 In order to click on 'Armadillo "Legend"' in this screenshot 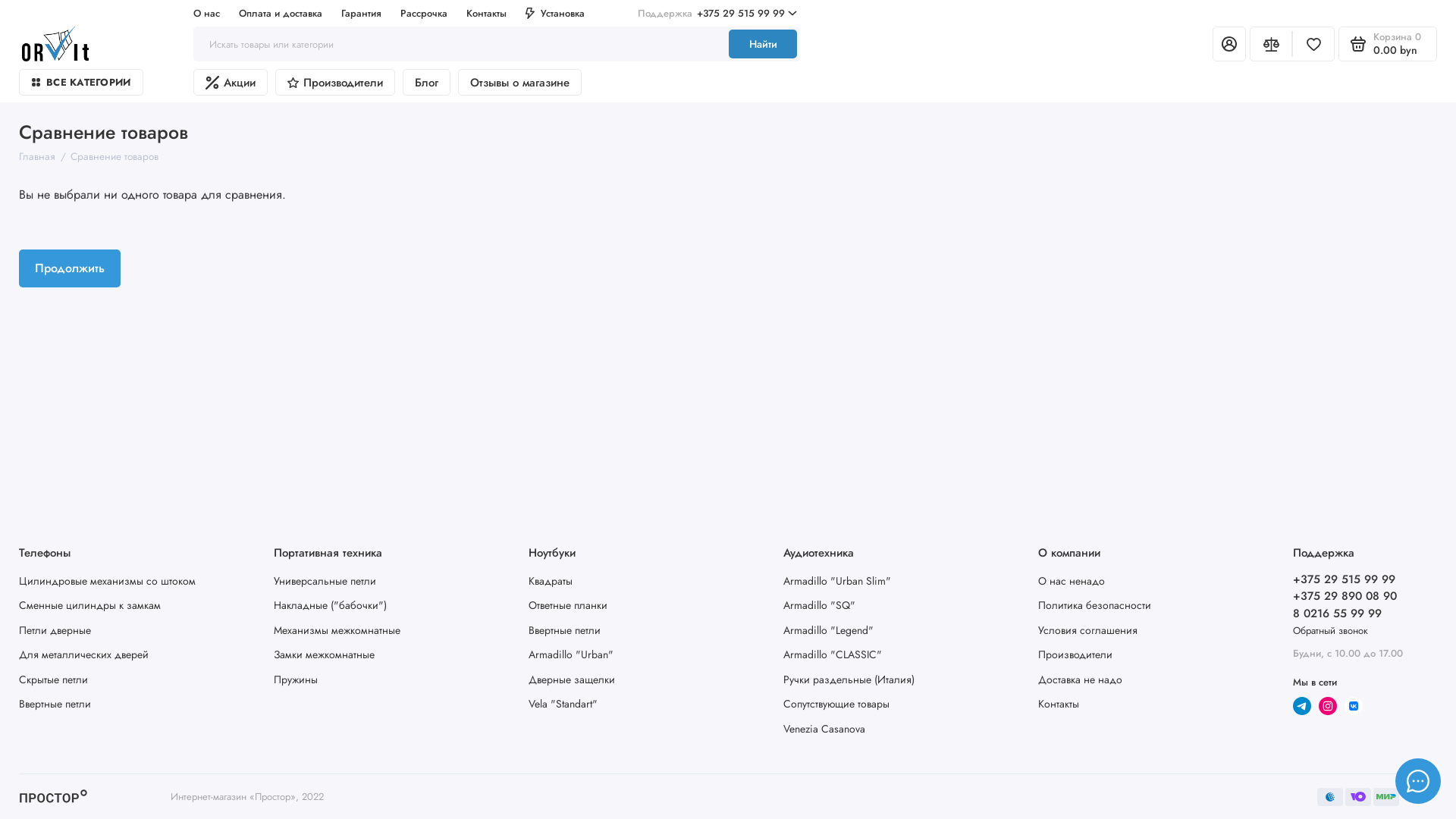, I will do `click(783, 629)`.